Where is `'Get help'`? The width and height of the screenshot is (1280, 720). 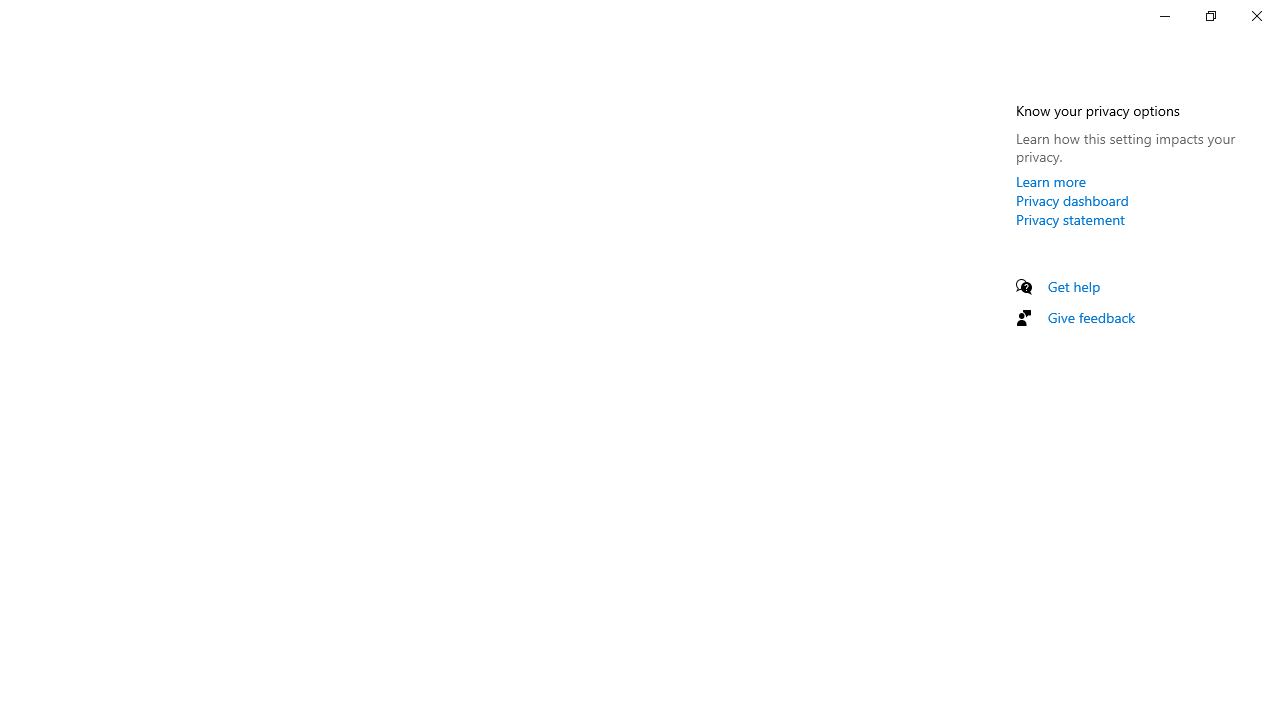 'Get help' is located at coordinates (1073, 286).